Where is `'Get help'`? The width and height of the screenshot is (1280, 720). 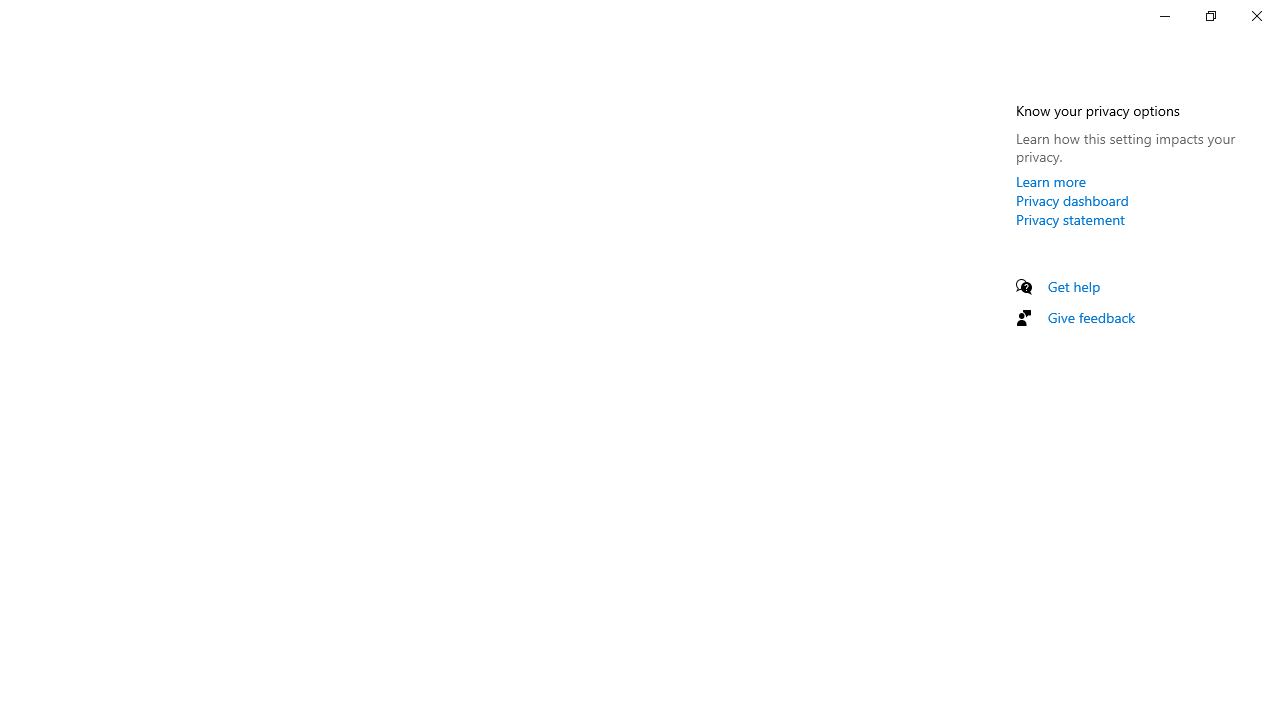 'Get help' is located at coordinates (1073, 286).